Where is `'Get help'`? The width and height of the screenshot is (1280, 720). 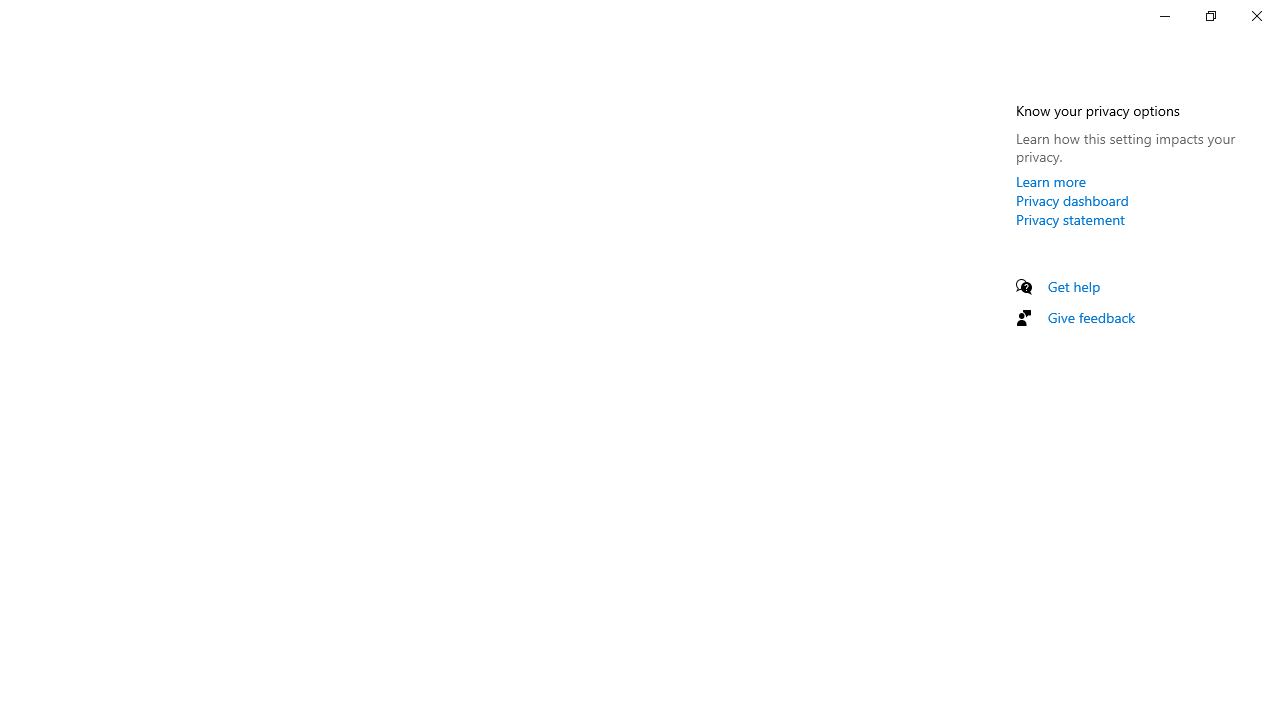 'Get help' is located at coordinates (1073, 286).